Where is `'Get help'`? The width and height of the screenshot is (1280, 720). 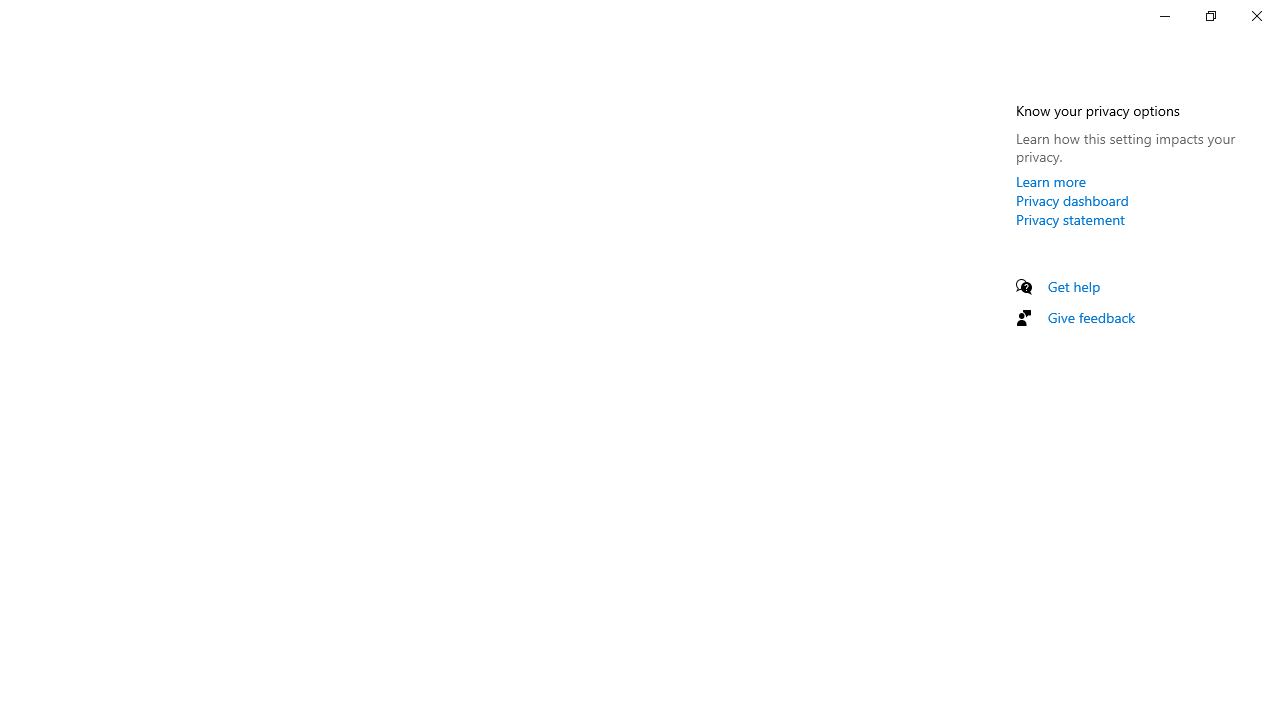 'Get help' is located at coordinates (1073, 286).